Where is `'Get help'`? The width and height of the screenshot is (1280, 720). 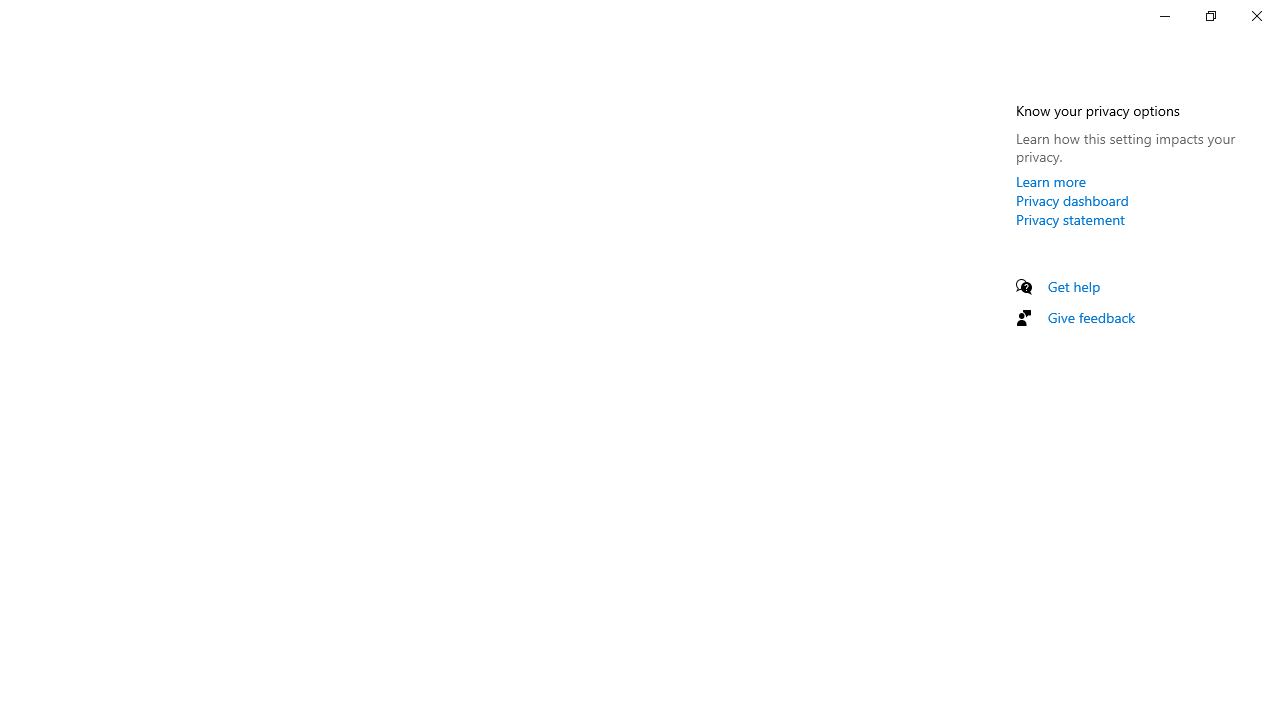 'Get help' is located at coordinates (1073, 286).